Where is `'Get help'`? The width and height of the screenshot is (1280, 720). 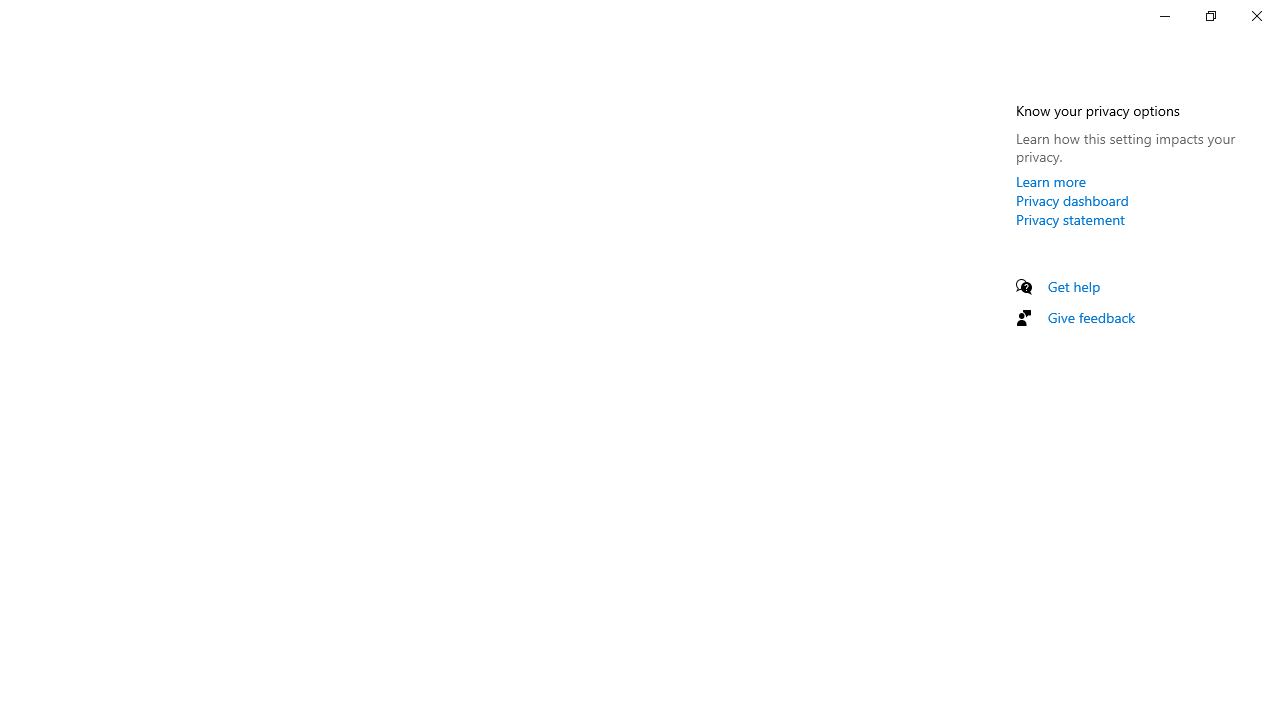 'Get help' is located at coordinates (1073, 286).